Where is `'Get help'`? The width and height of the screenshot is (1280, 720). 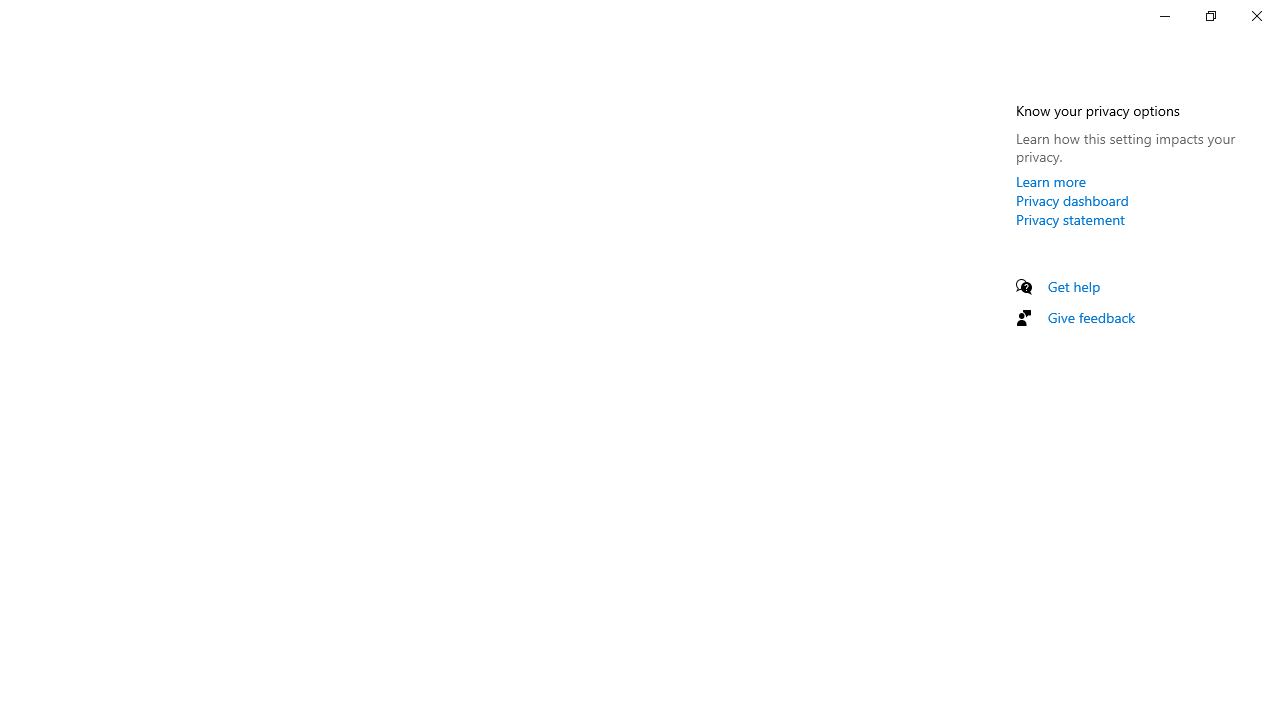 'Get help' is located at coordinates (1073, 286).